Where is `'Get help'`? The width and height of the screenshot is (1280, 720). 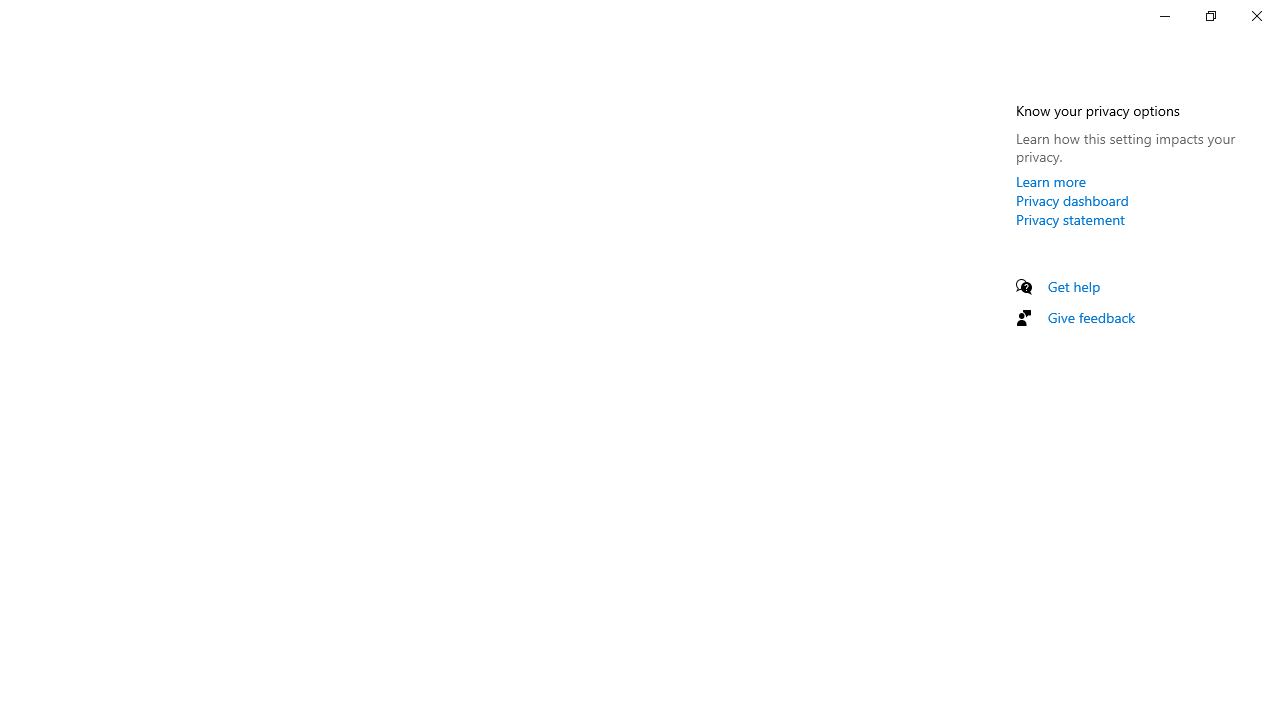 'Get help' is located at coordinates (1073, 286).